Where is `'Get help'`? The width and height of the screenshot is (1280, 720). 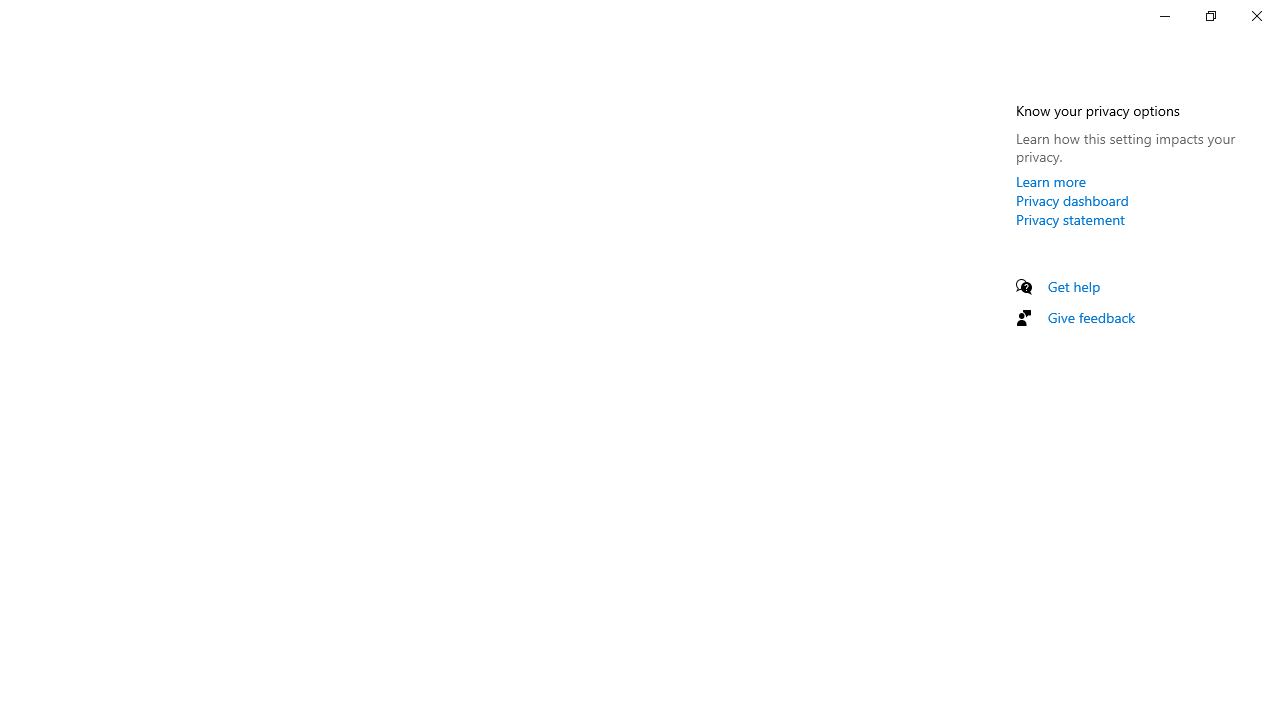 'Get help' is located at coordinates (1073, 286).